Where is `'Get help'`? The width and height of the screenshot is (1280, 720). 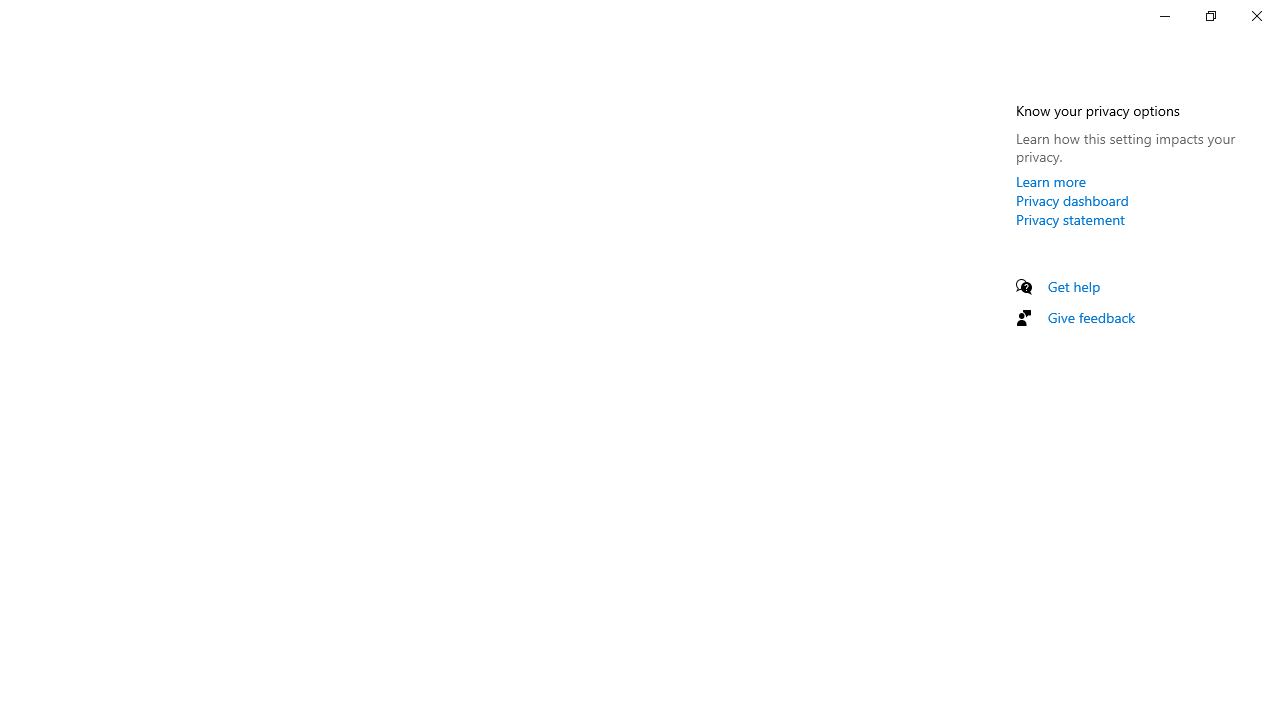 'Get help' is located at coordinates (1073, 286).